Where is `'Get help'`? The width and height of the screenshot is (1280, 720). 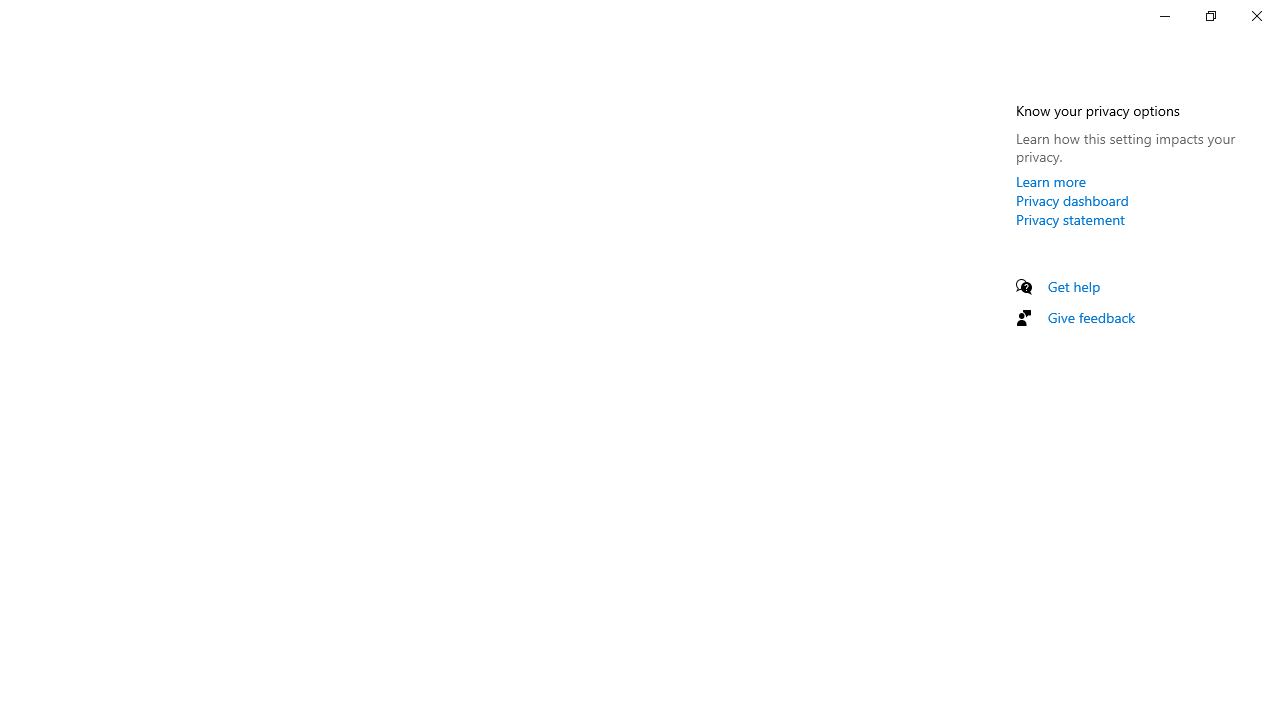 'Get help' is located at coordinates (1073, 286).